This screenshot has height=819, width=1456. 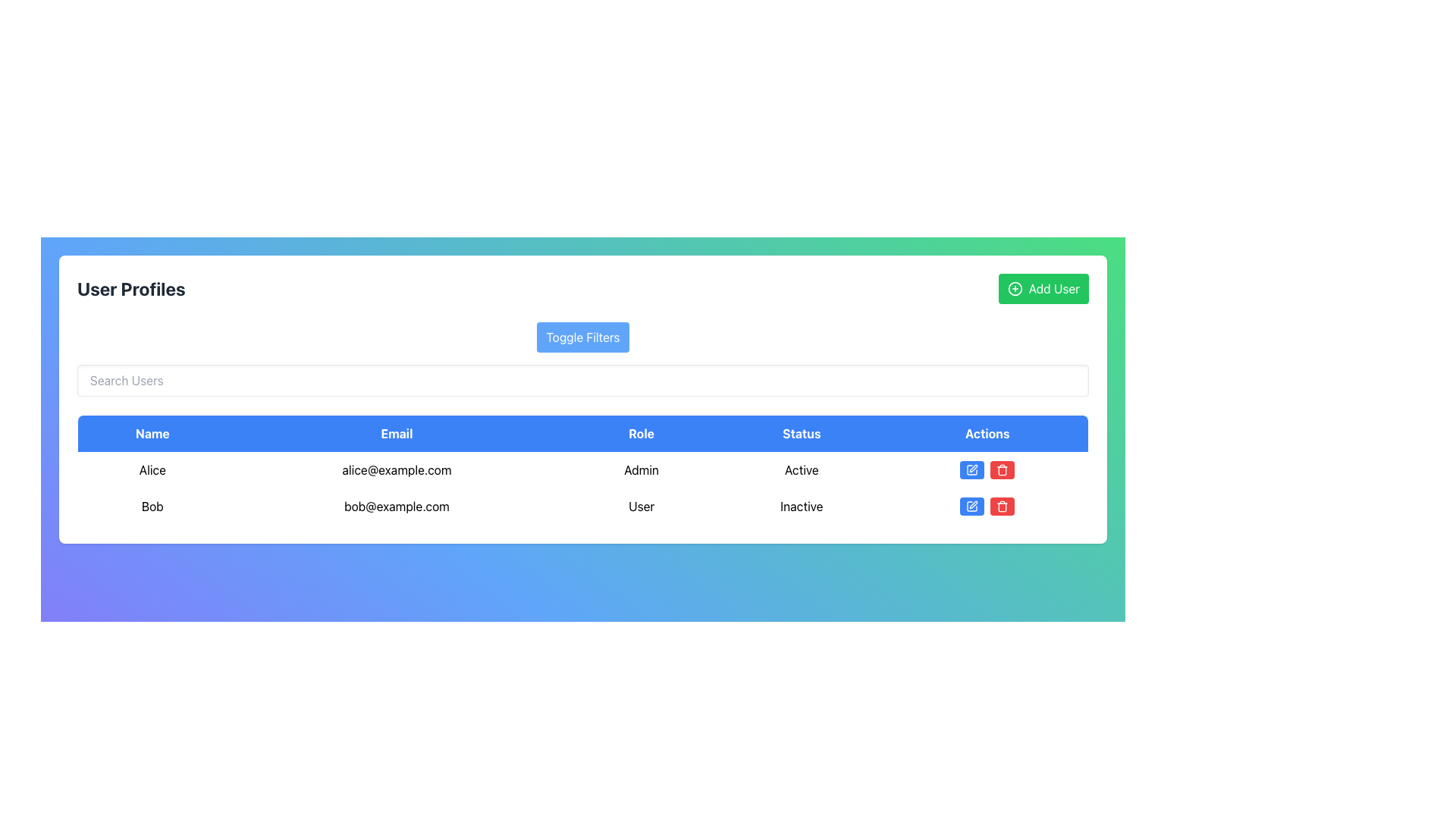 I want to click on the small red button with a trash can icon, which is the second button under the 'Actions' column of the second row in the user profile table, so click(x=1003, y=506).